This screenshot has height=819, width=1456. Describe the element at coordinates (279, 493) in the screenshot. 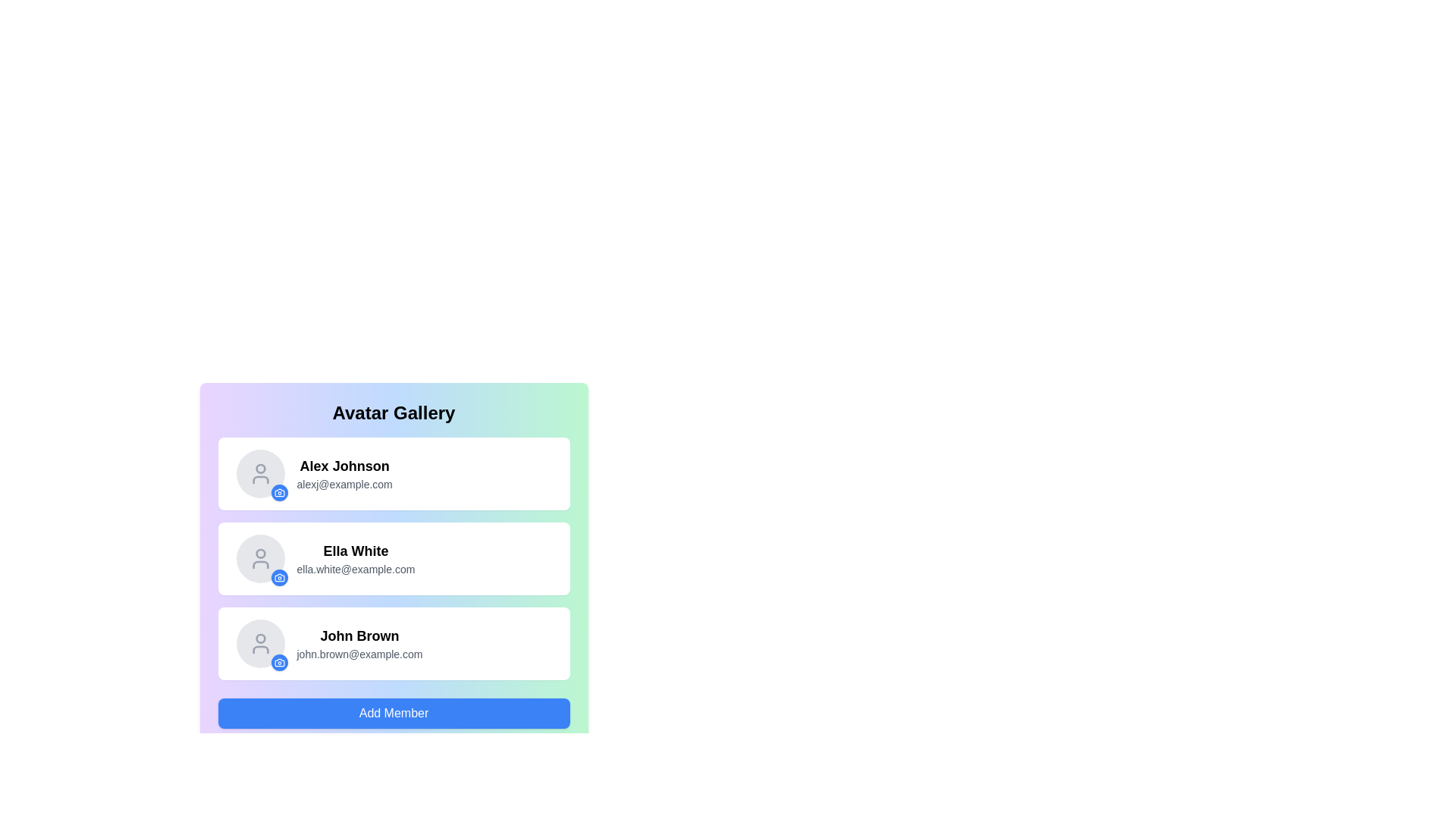

I see `the camera icon located at the bottom-right of the user's avatar block in the gallery` at that location.